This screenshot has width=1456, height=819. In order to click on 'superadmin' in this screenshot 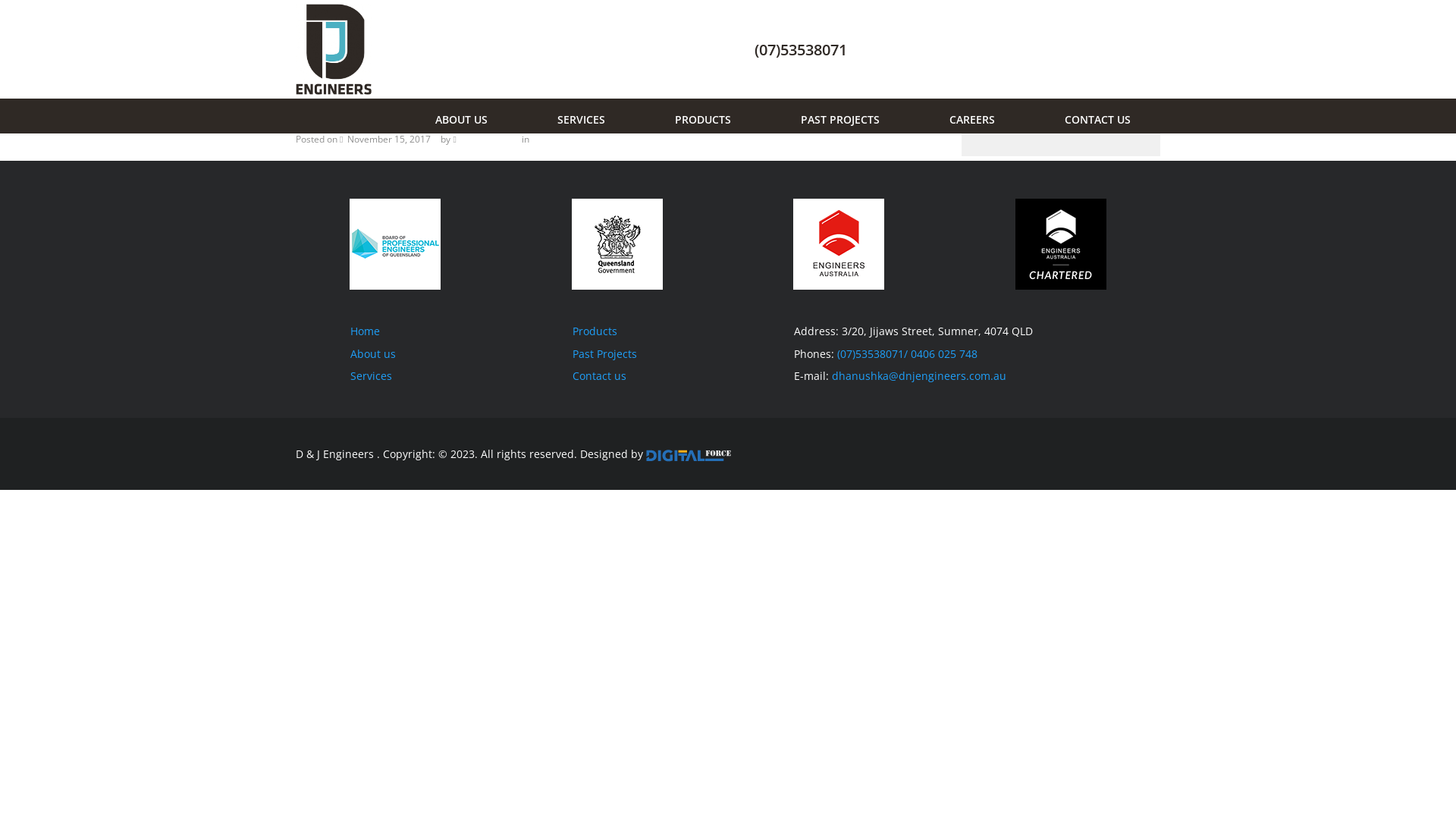, I will do `click(486, 139)`.